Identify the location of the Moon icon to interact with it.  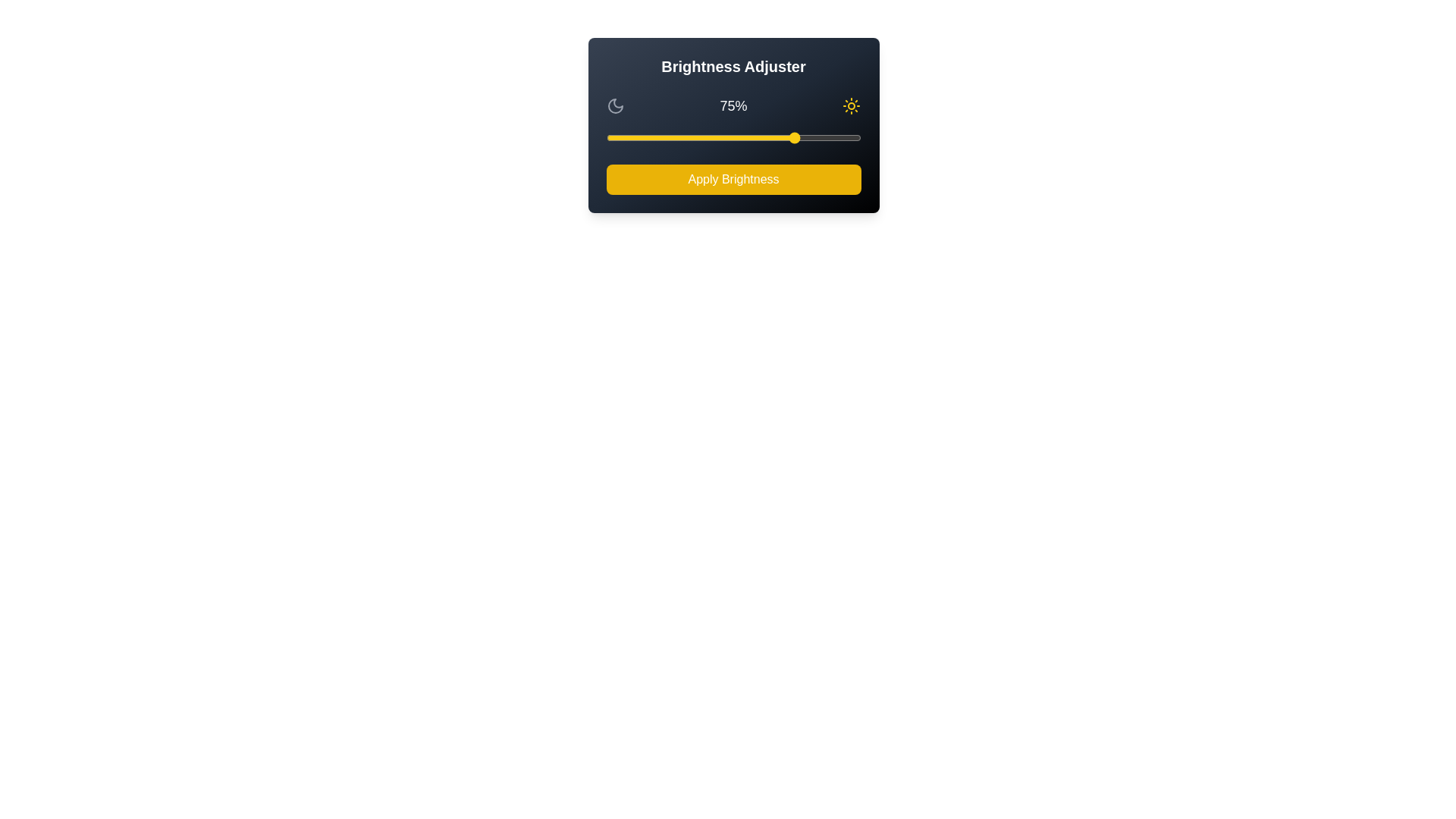
(615, 105).